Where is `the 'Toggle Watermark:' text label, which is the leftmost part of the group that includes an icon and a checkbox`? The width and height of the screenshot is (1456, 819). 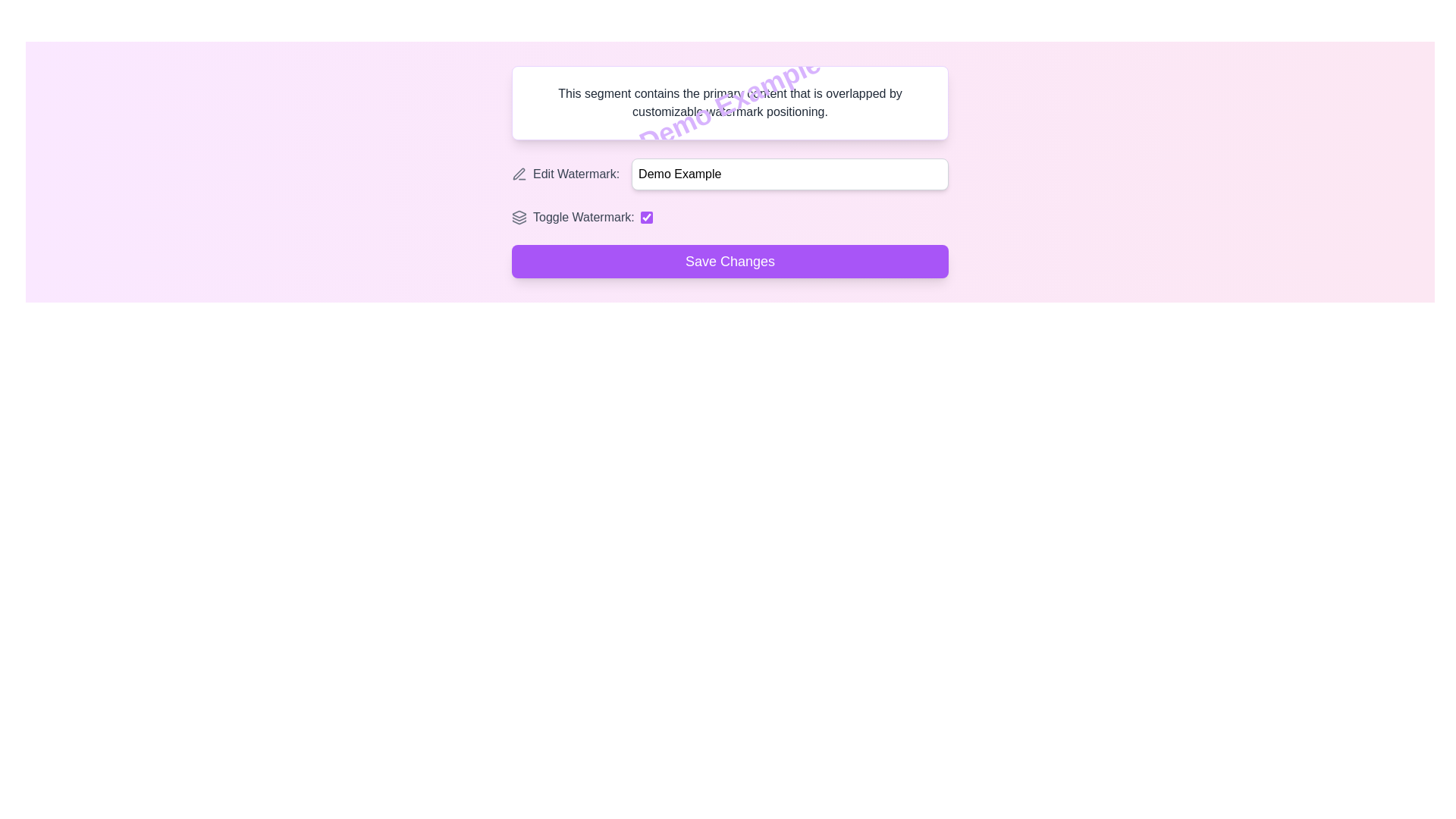
the 'Toggle Watermark:' text label, which is the leftmost part of the group that includes an icon and a checkbox is located at coordinates (572, 217).